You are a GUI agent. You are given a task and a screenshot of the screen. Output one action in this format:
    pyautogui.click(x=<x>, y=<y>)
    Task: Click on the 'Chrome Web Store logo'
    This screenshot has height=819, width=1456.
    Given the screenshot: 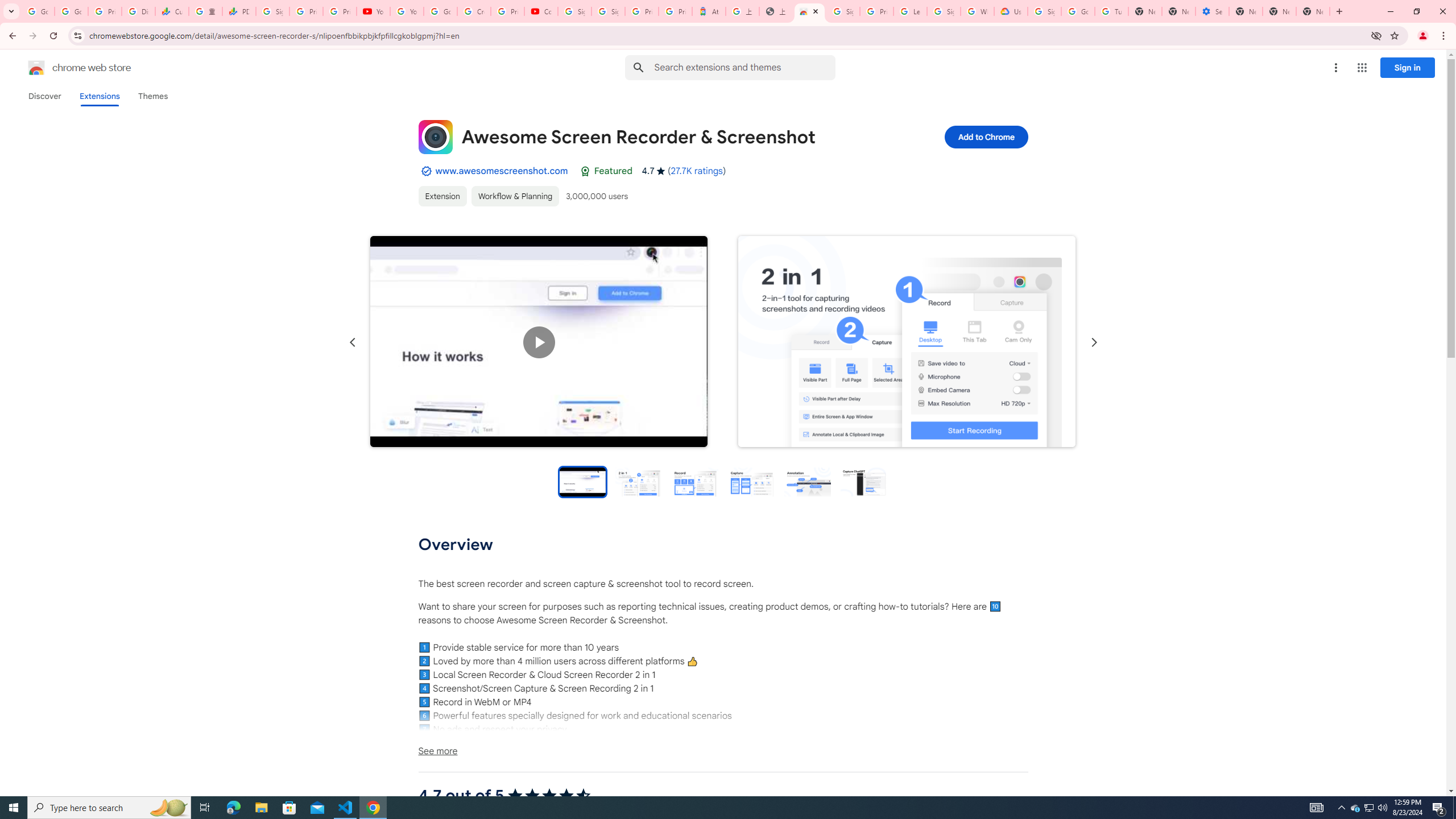 What is the action you would take?
    pyautogui.click(x=36, y=67)
    